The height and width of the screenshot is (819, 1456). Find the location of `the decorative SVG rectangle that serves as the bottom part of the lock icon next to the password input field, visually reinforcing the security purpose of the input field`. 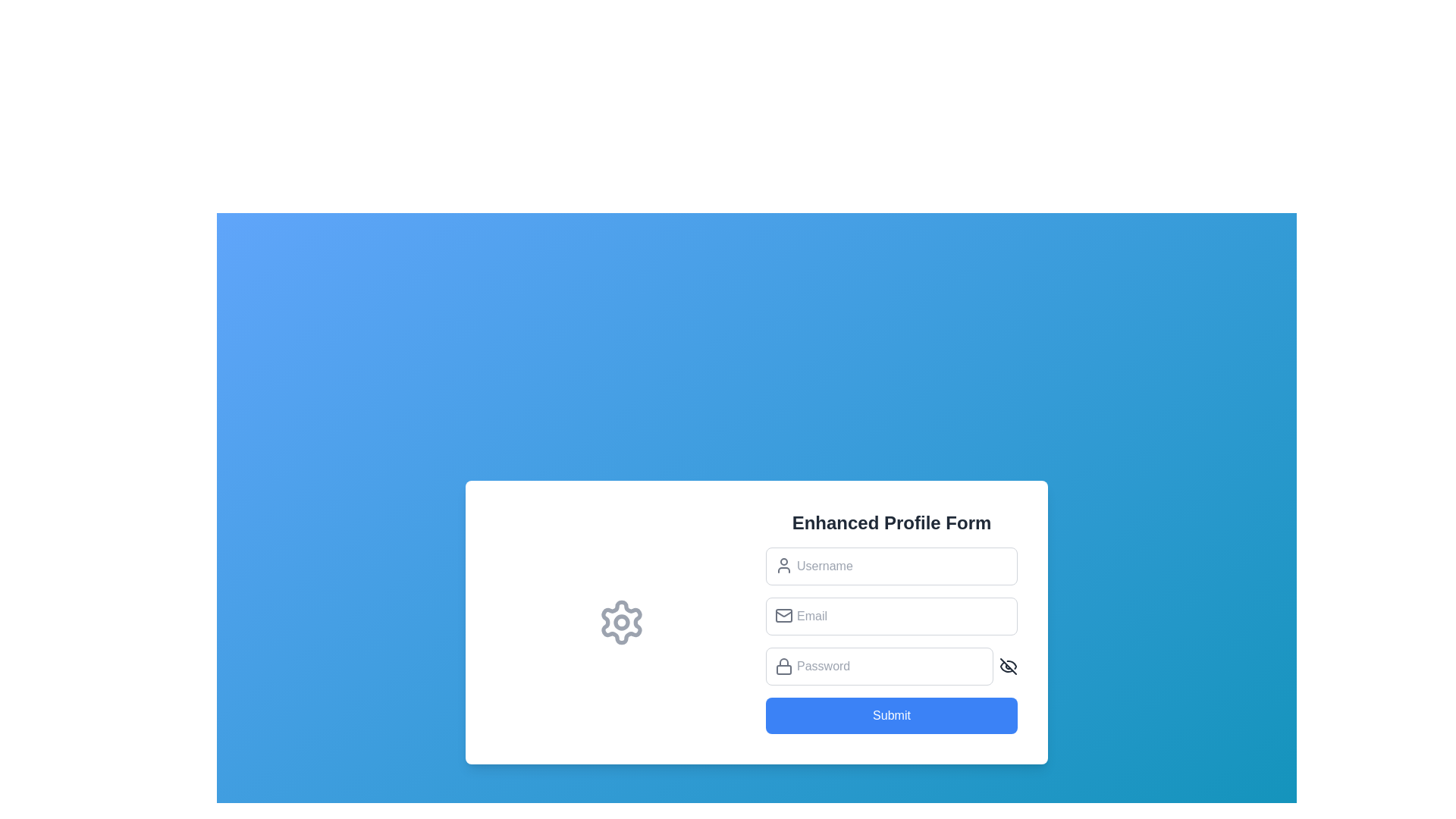

the decorative SVG rectangle that serves as the bottom part of the lock icon next to the password input field, visually reinforcing the security purpose of the input field is located at coordinates (783, 669).